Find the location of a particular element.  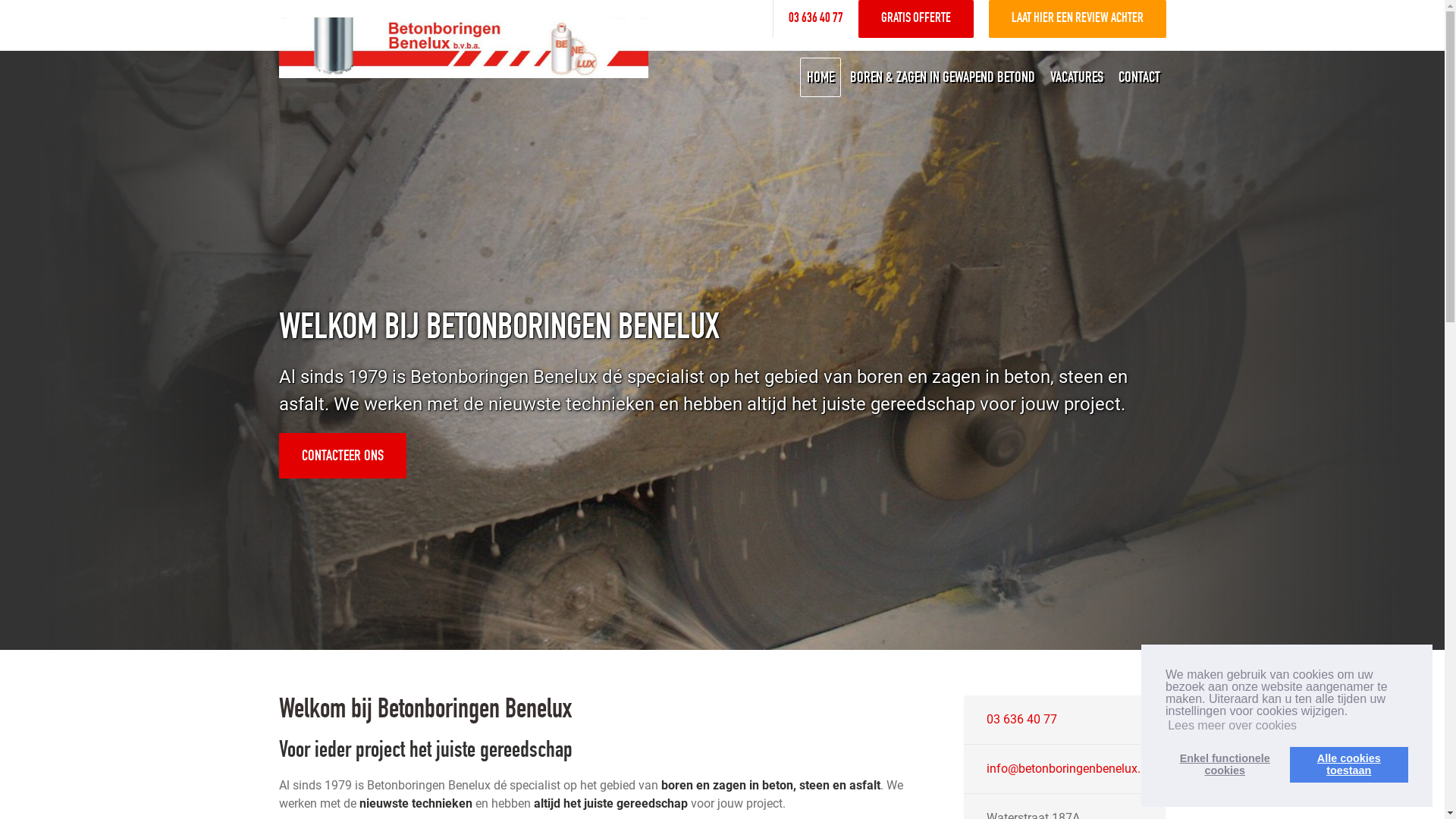

'info@betonboringenbenelux.be' is located at coordinates (1069, 768).